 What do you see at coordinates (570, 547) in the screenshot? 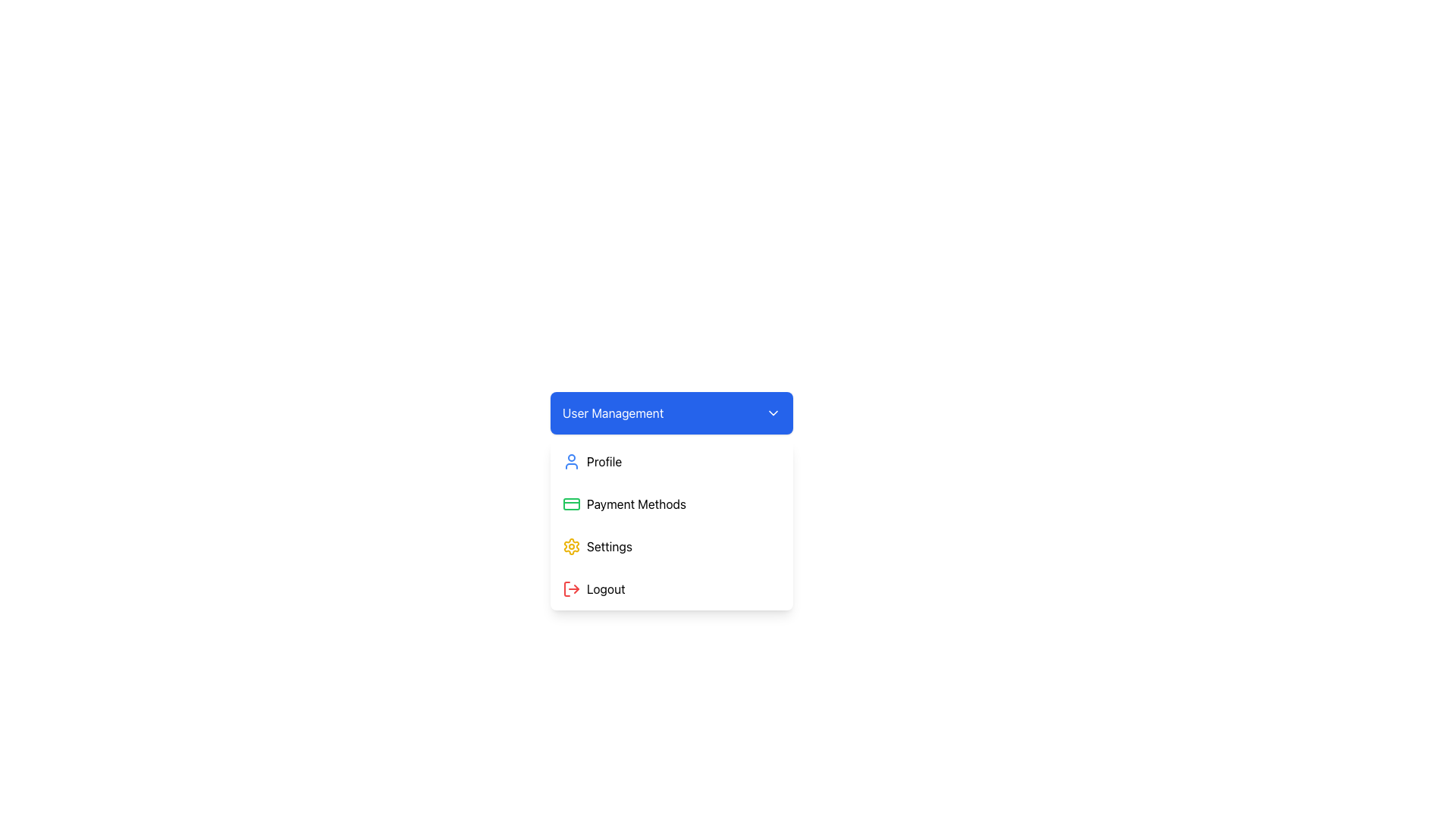
I see `the yellow gear icon located on the left side of the 'Settings' text label in the dropdown menu` at bounding box center [570, 547].